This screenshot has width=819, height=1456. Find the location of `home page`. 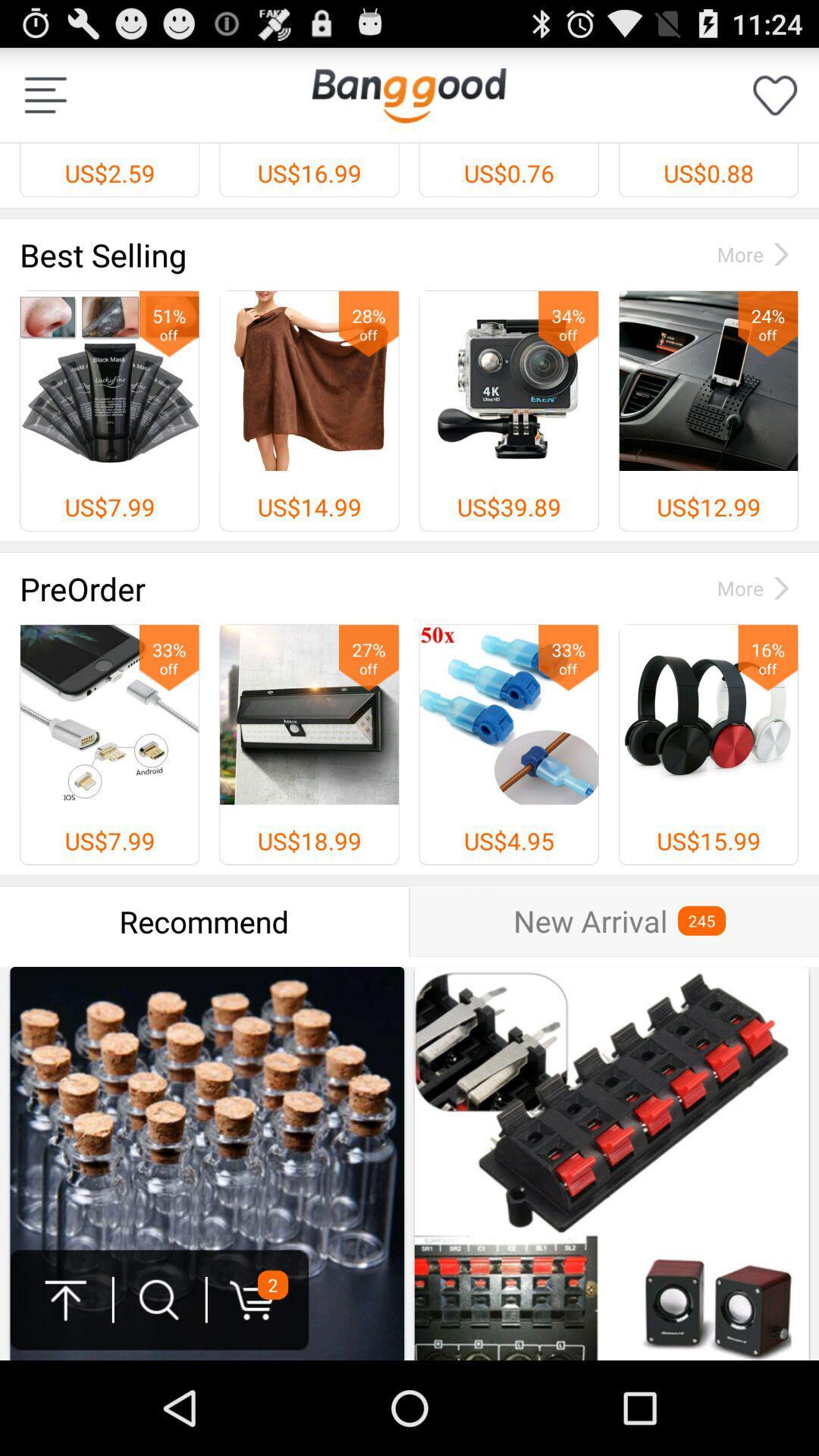

home page is located at coordinates (408, 94).